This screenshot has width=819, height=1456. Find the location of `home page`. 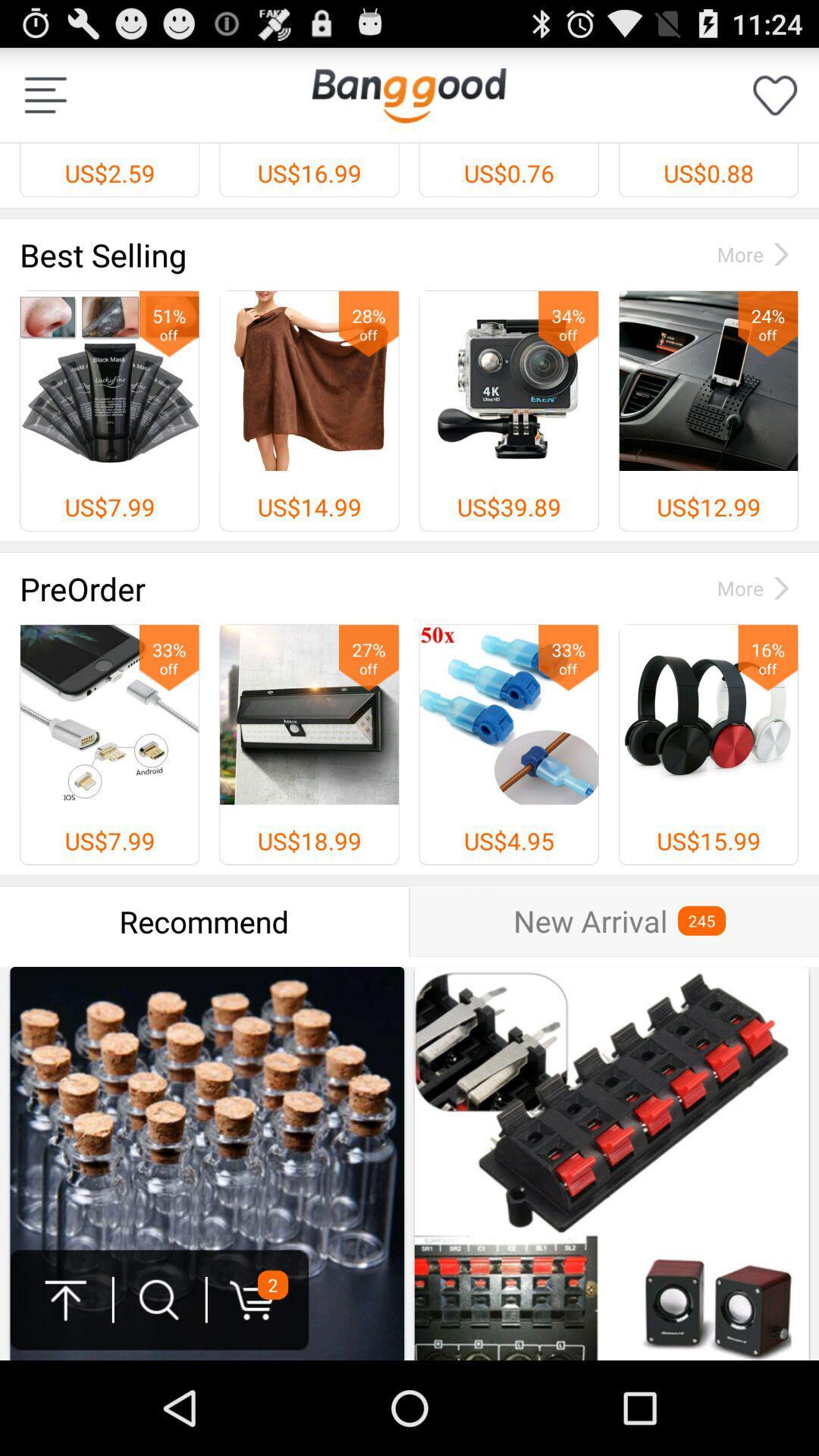

home page is located at coordinates (408, 94).